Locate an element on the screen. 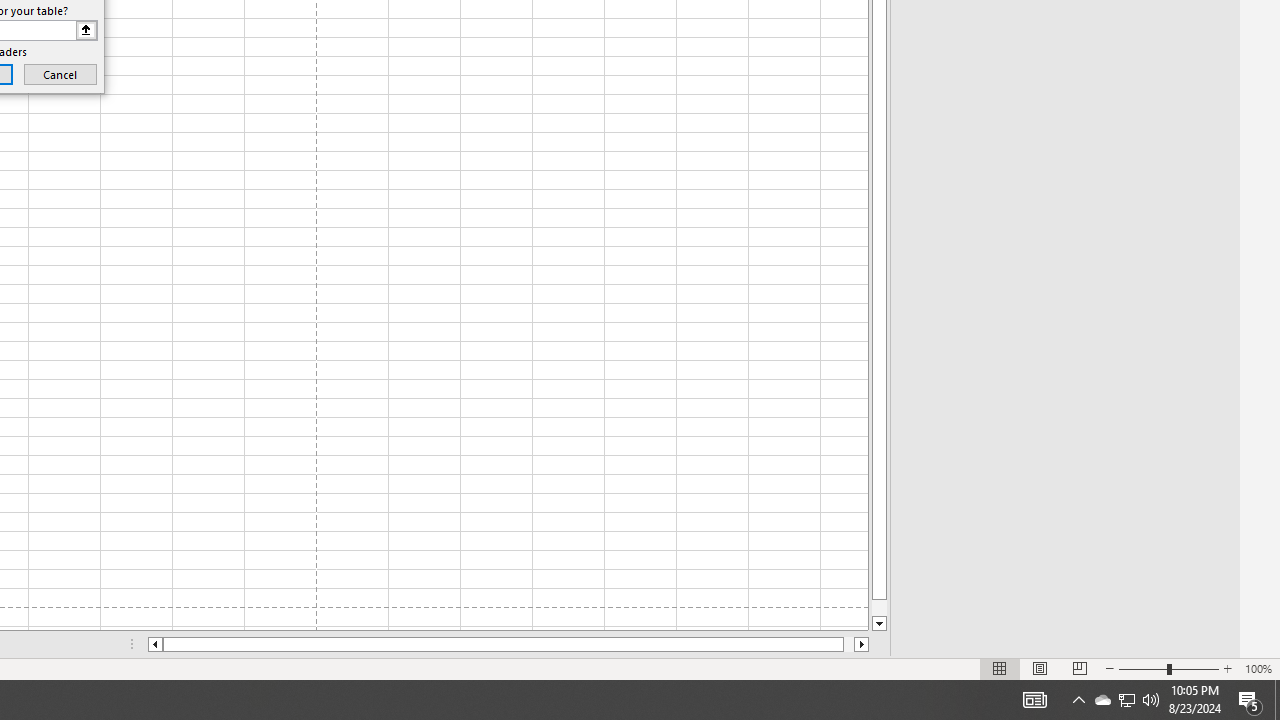 The width and height of the screenshot is (1280, 720). 'Column left' is located at coordinates (153, 644).